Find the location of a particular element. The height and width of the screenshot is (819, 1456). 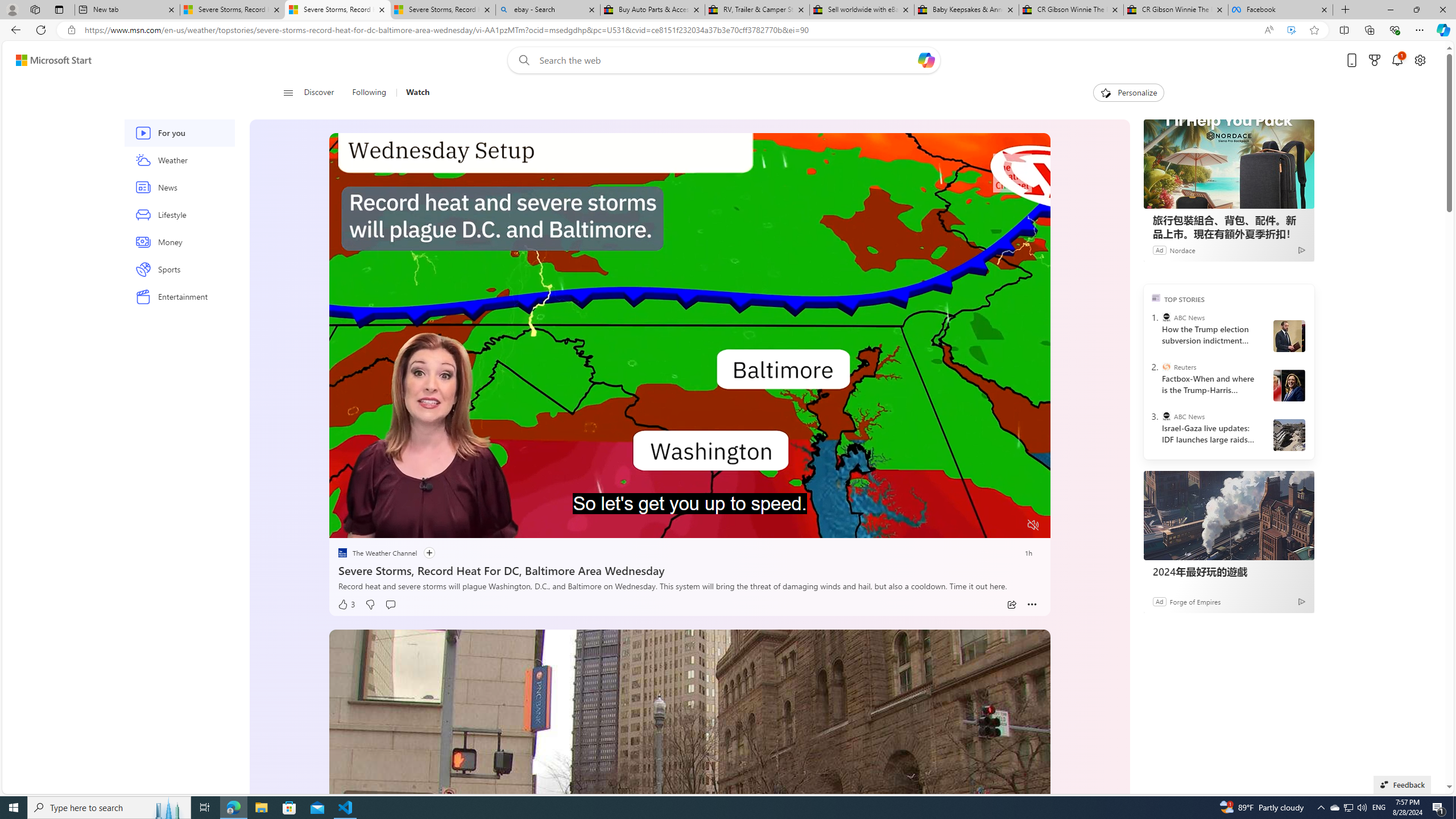

'Fullscreen' is located at coordinates (1011, 525).